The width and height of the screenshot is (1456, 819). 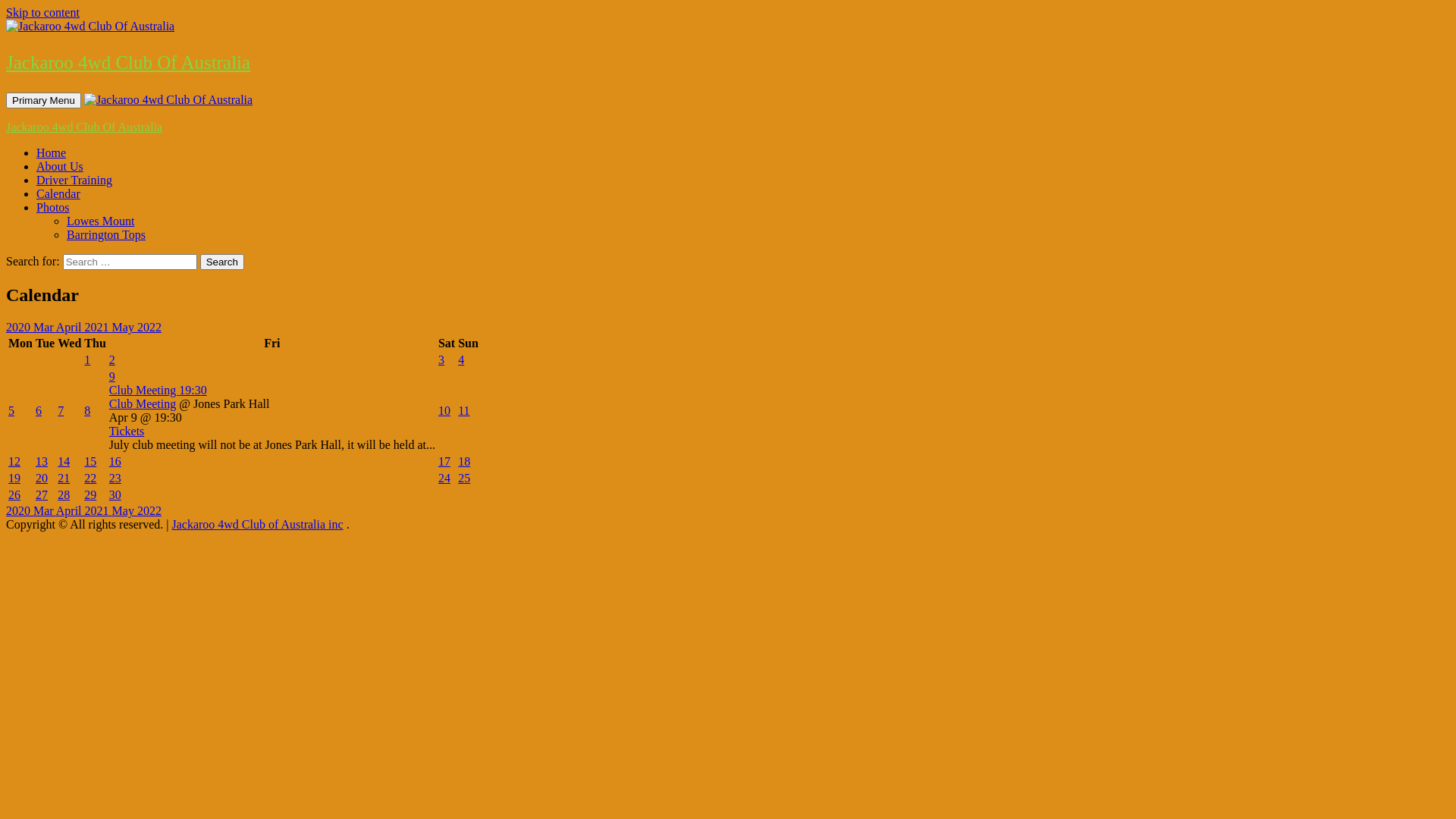 What do you see at coordinates (14, 478) in the screenshot?
I see `'19'` at bounding box center [14, 478].